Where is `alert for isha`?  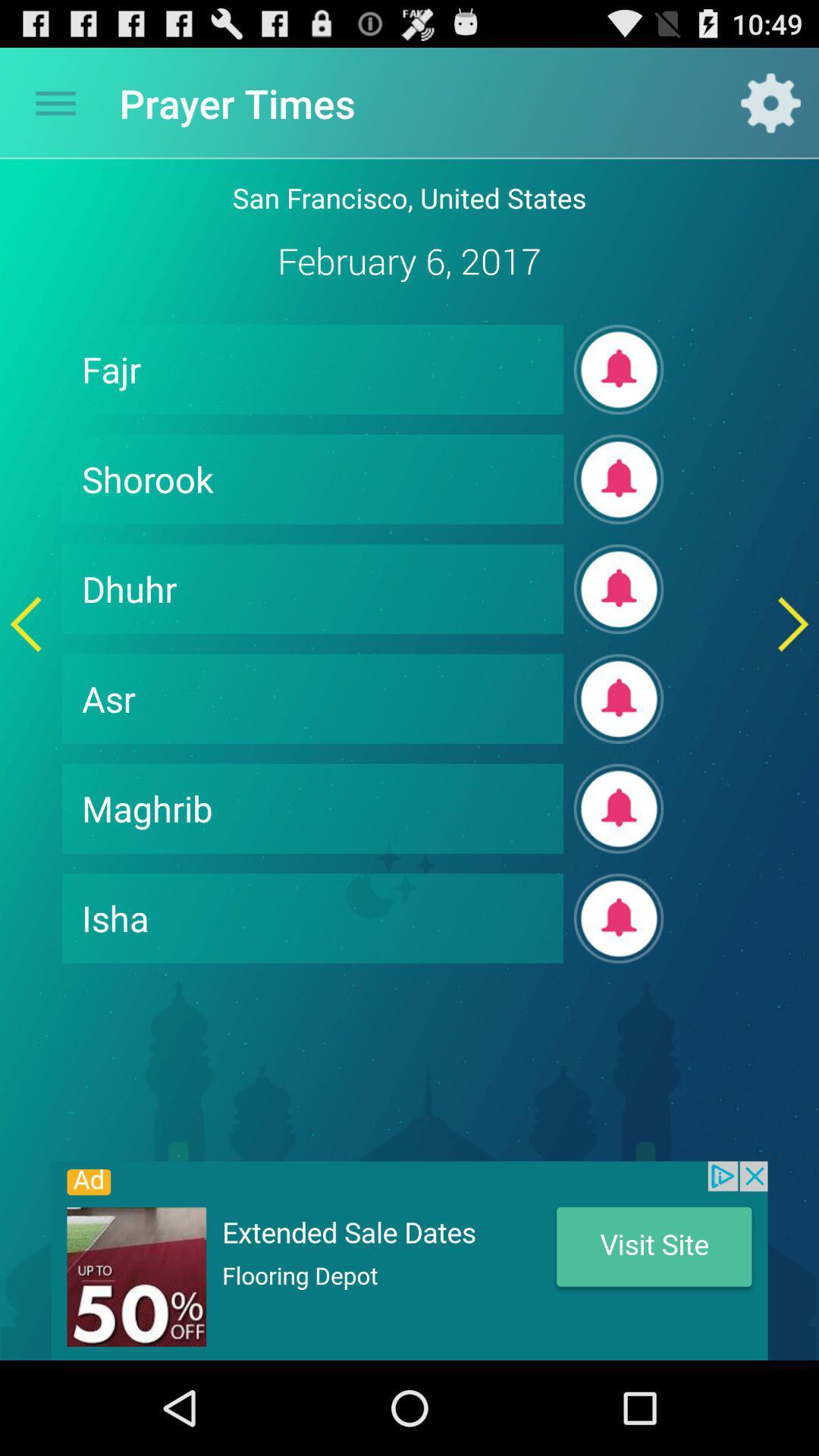 alert for isha is located at coordinates (619, 918).